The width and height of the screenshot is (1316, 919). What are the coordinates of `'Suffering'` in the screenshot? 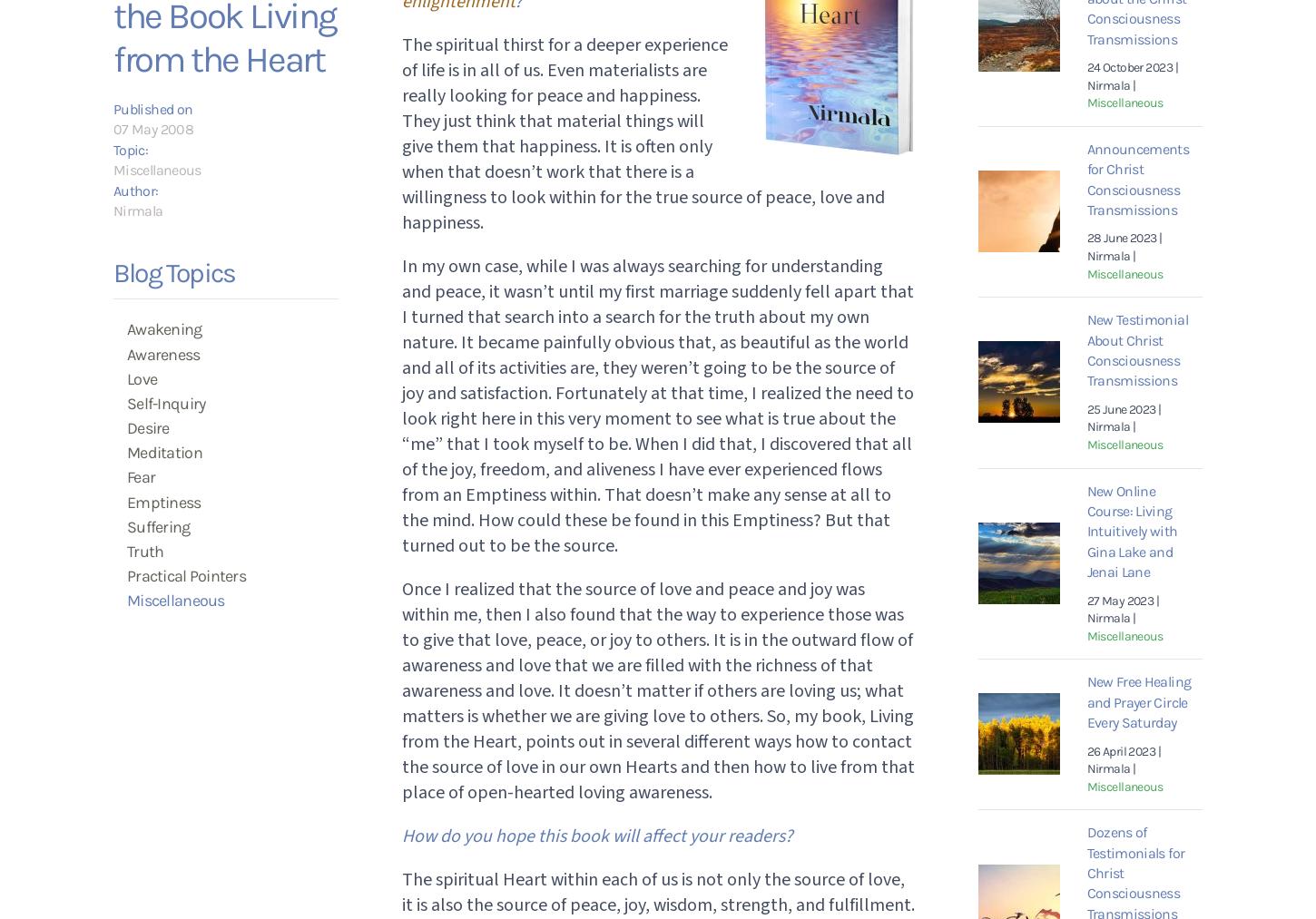 It's located at (157, 526).